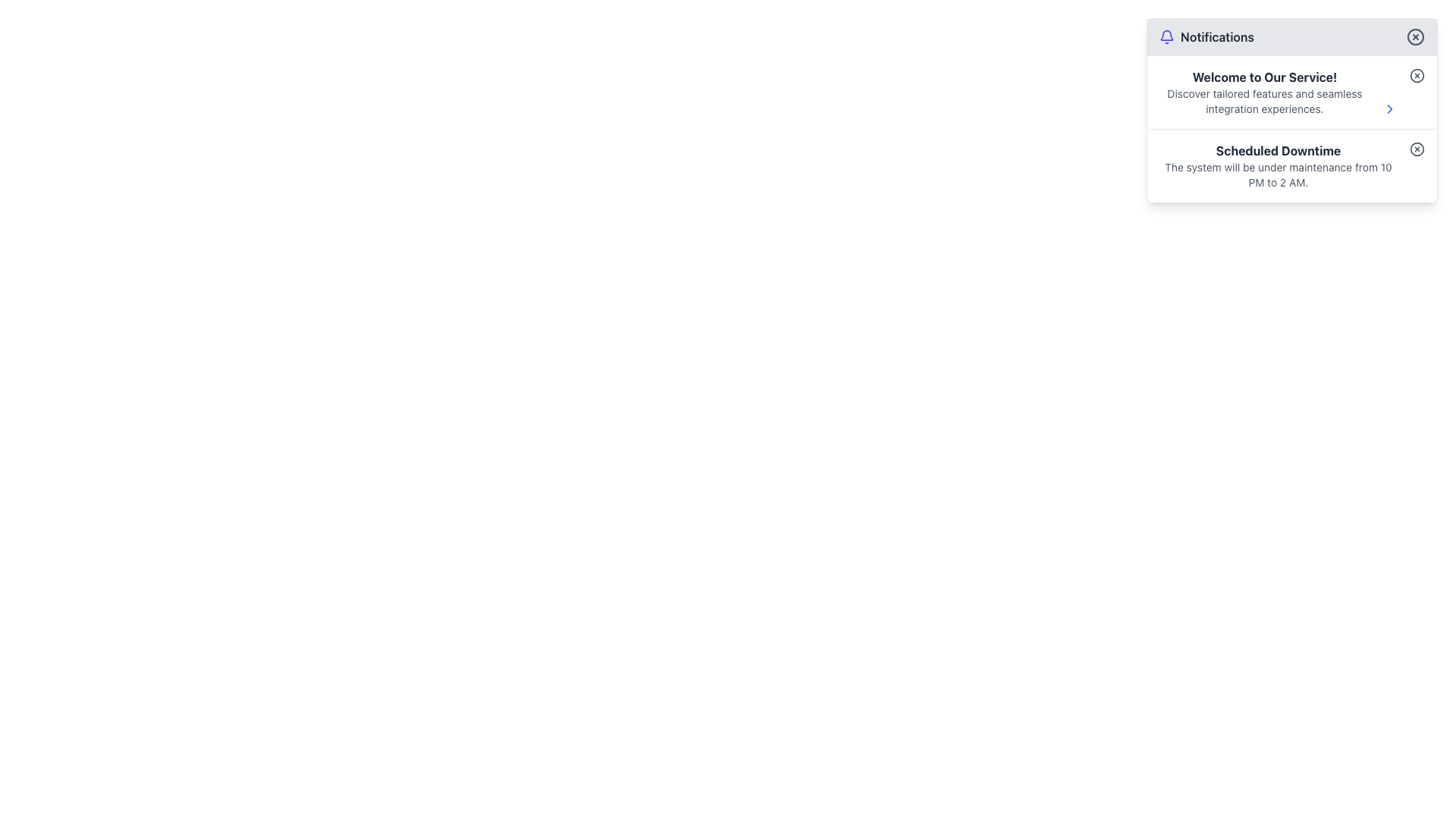 The image size is (1456, 819). Describe the element at coordinates (1265, 93) in the screenshot. I see `the introductory message textual display located in the upper section of the notification panel, which summarizes key features aimed at integration and ease of use` at that location.